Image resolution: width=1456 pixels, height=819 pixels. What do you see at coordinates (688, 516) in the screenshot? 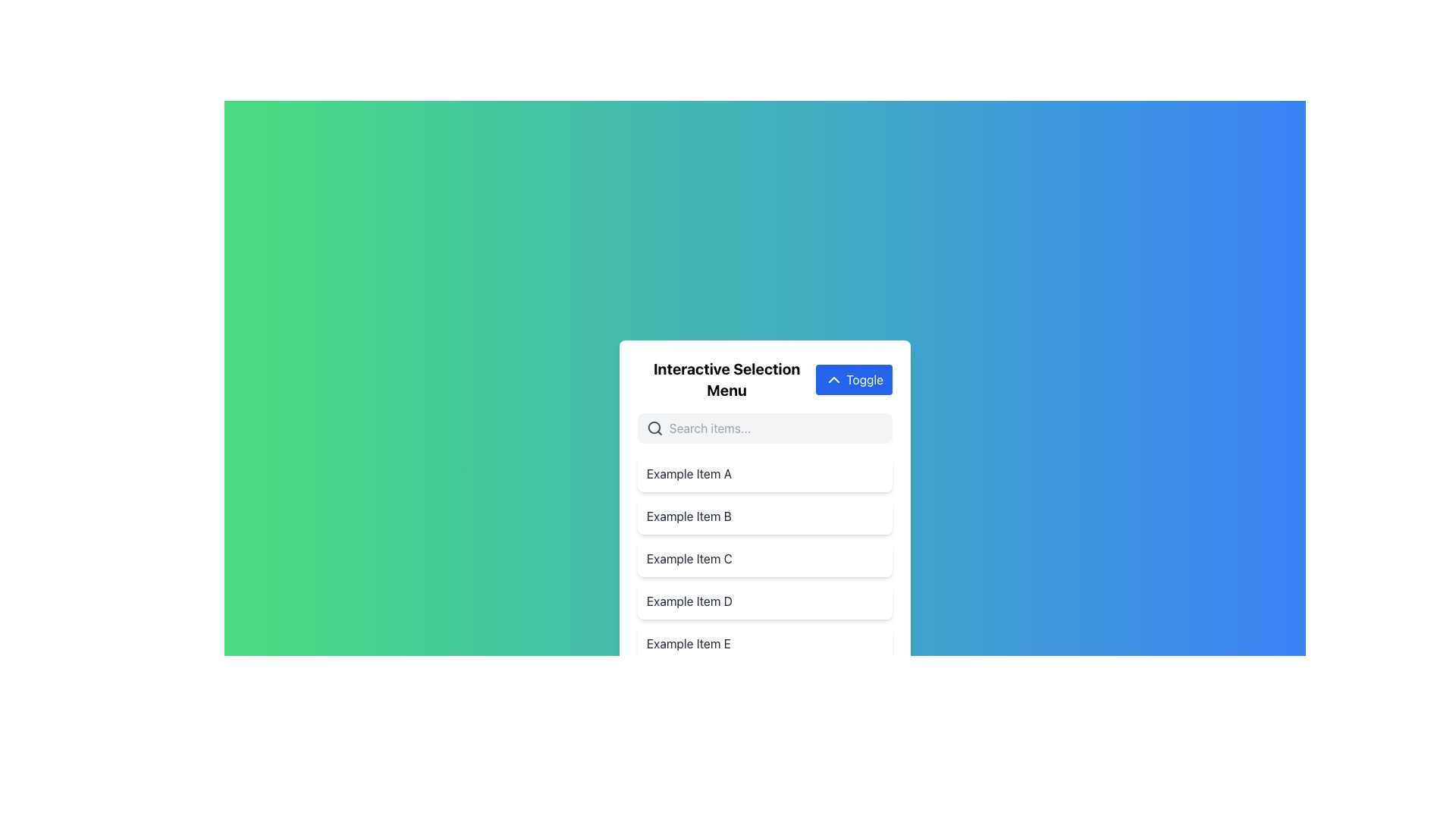
I see `the text label that displays an item name within the second row of the vertical selection menu` at bounding box center [688, 516].